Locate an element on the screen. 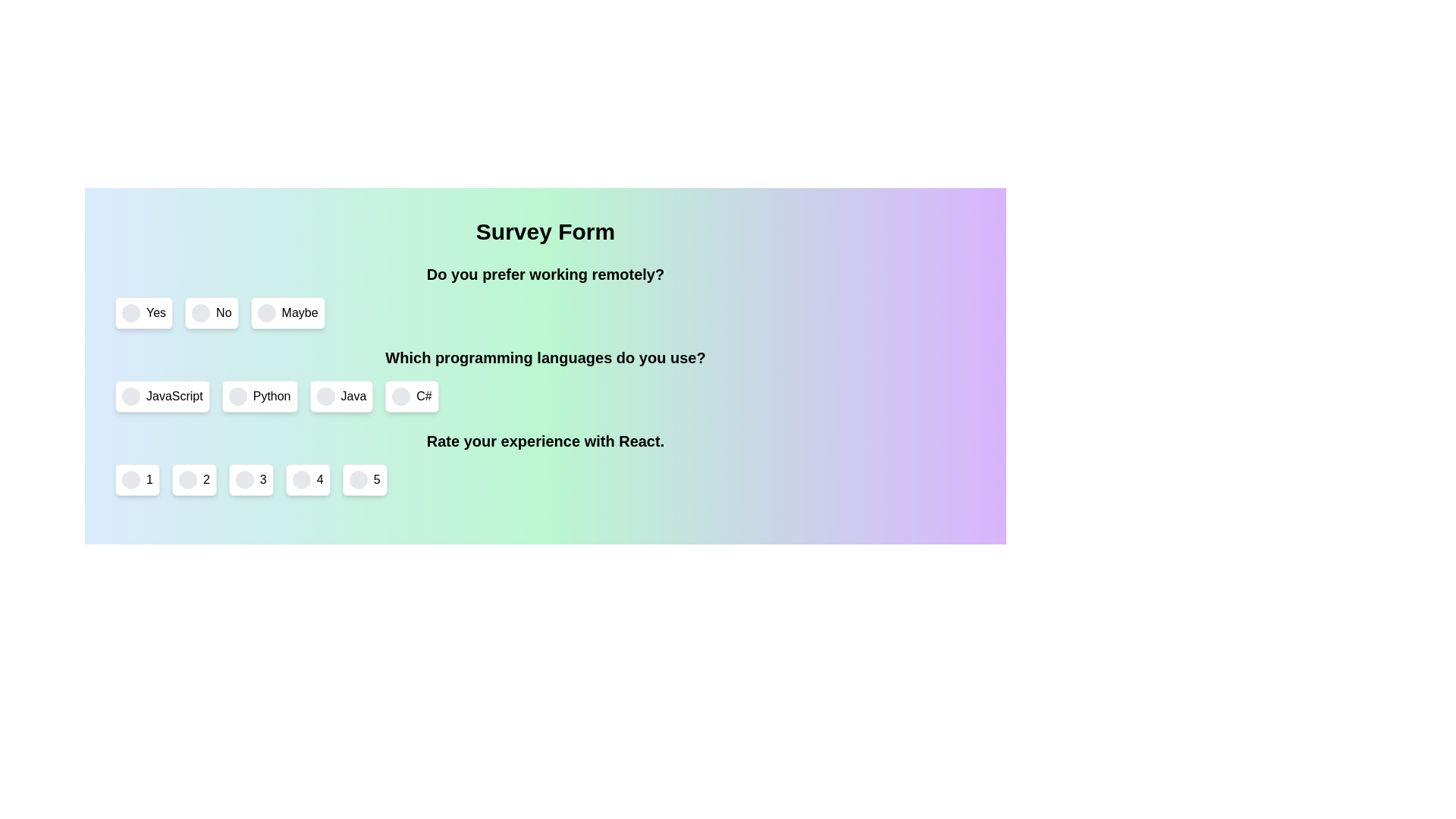  the text label displaying 'Java' associated with the radio button option is located at coordinates (353, 396).